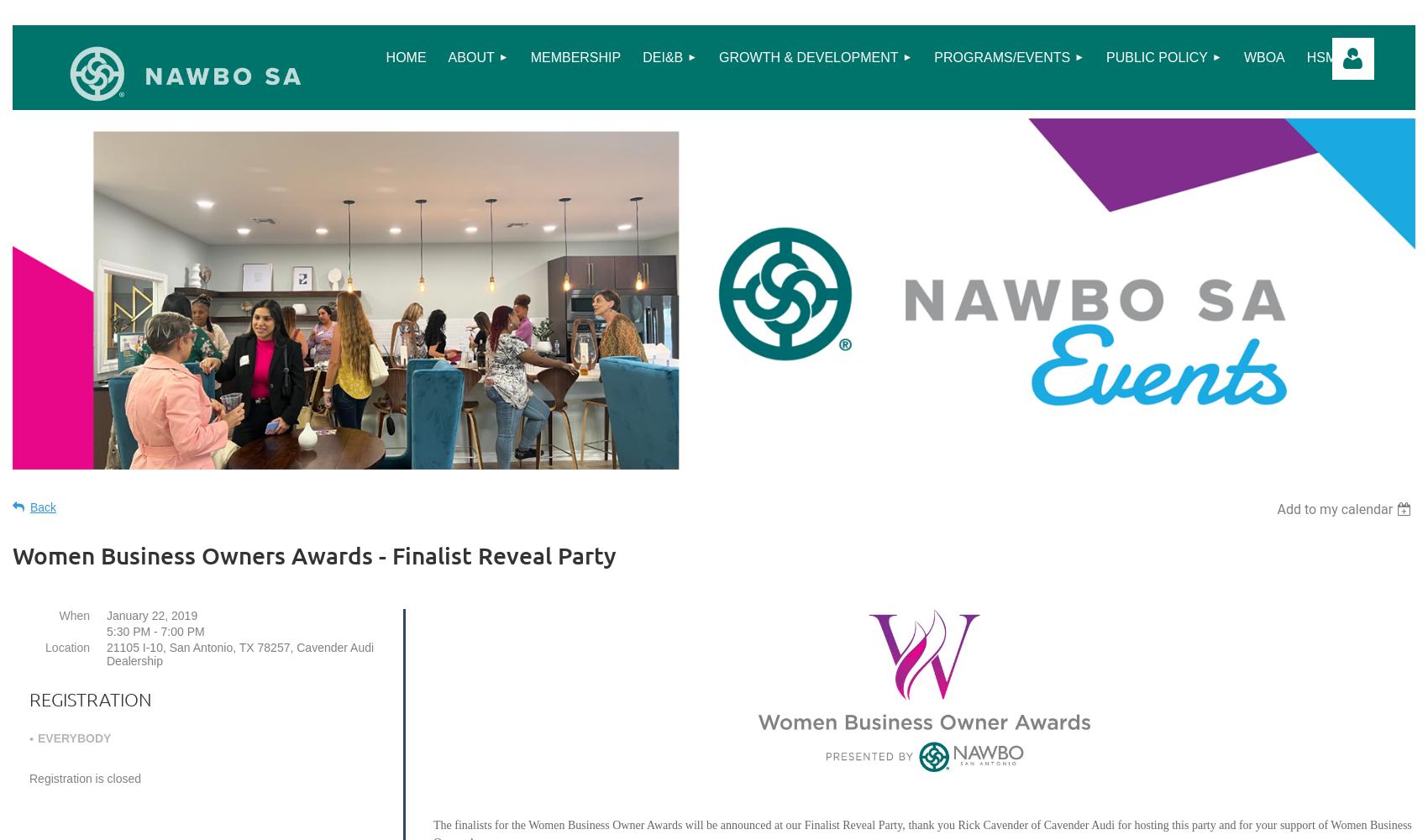 This screenshot has height=840, width=1428. Describe the element at coordinates (807, 56) in the screenshot. I see `'Growth & Development'` at that location.